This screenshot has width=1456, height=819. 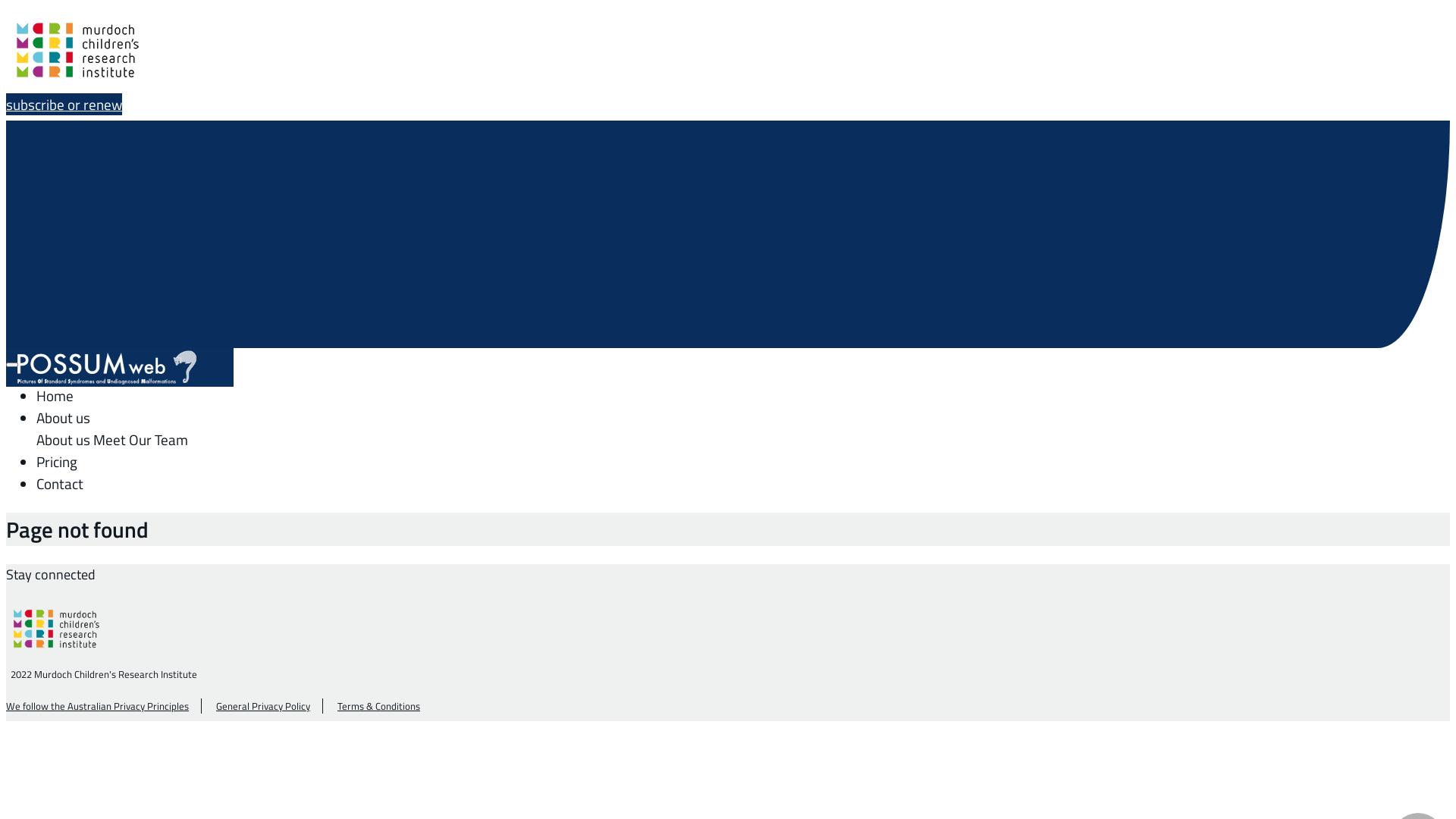 I want to click on 'General Privacy Policy', so click(x=262, y=705).